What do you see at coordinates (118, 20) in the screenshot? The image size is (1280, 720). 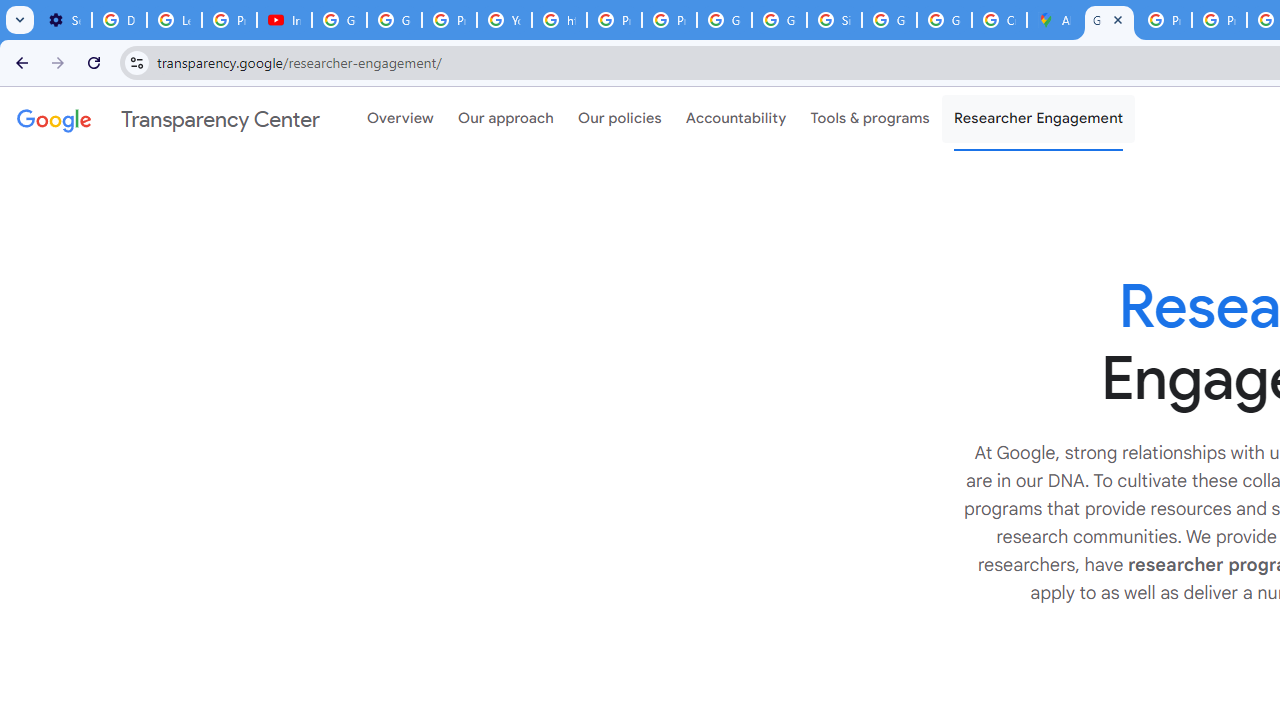 I see `'Delete photos & videos - Computer - Google Photos Help'` at bounding box center [118, 20].